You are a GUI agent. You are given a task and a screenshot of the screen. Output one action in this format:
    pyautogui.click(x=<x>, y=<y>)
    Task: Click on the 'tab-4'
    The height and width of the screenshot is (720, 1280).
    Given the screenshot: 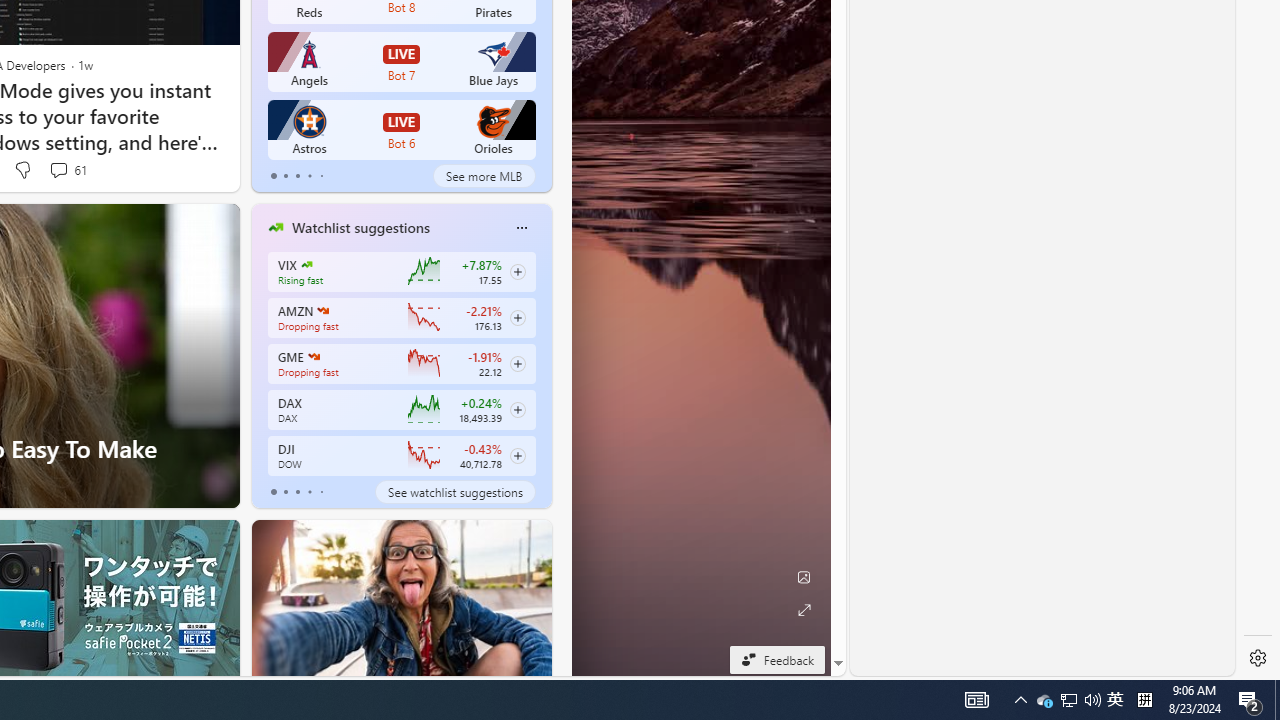 What is the action you would take?
    pyautogui.click(x=321, y=492)
    